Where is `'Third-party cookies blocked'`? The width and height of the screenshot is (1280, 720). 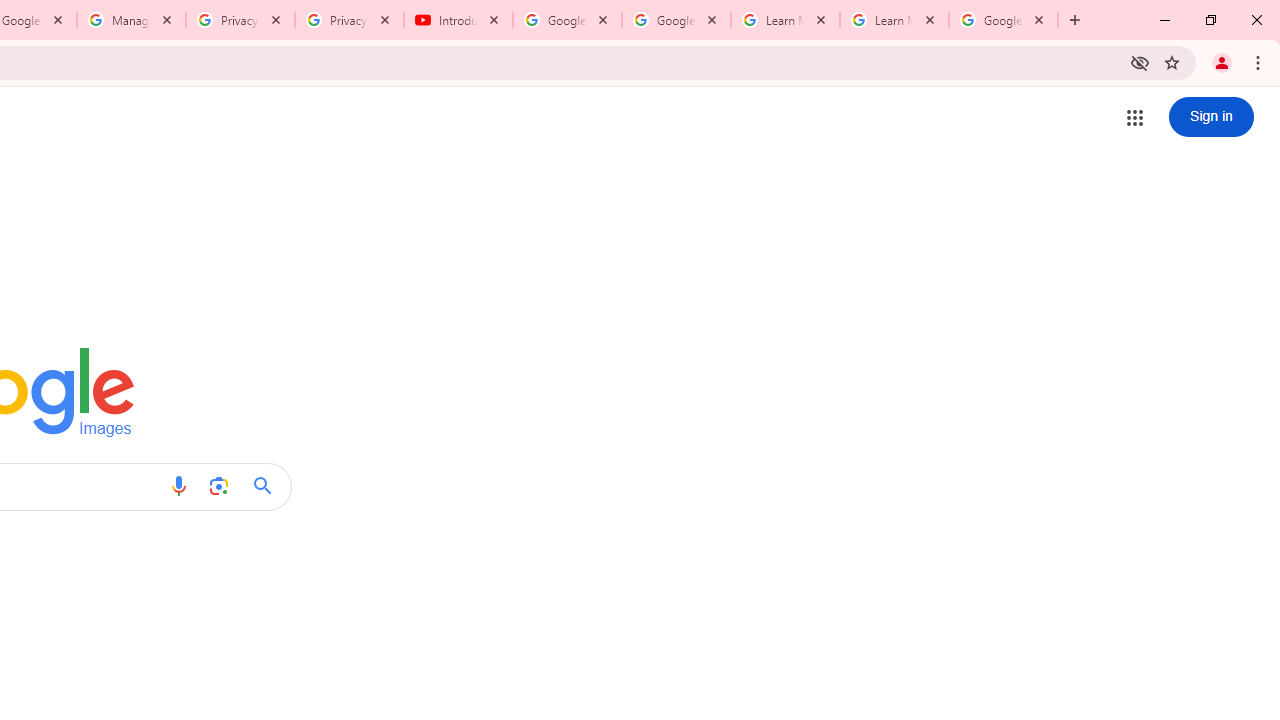 'Third-party cookies blocked' is located at coordinates (1139, 61).